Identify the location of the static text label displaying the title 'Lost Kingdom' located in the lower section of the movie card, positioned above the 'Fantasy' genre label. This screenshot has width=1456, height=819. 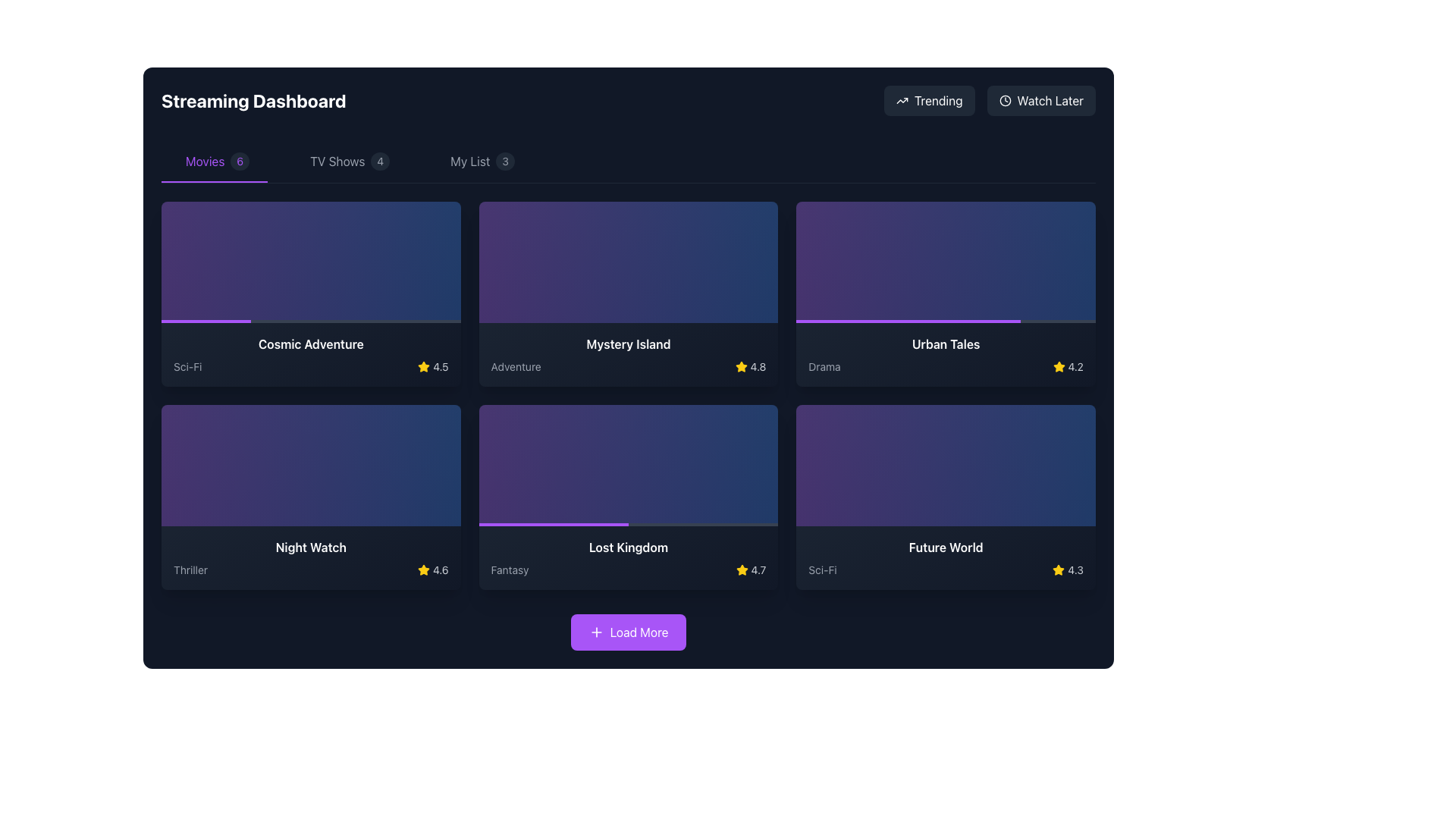
(629, 547).